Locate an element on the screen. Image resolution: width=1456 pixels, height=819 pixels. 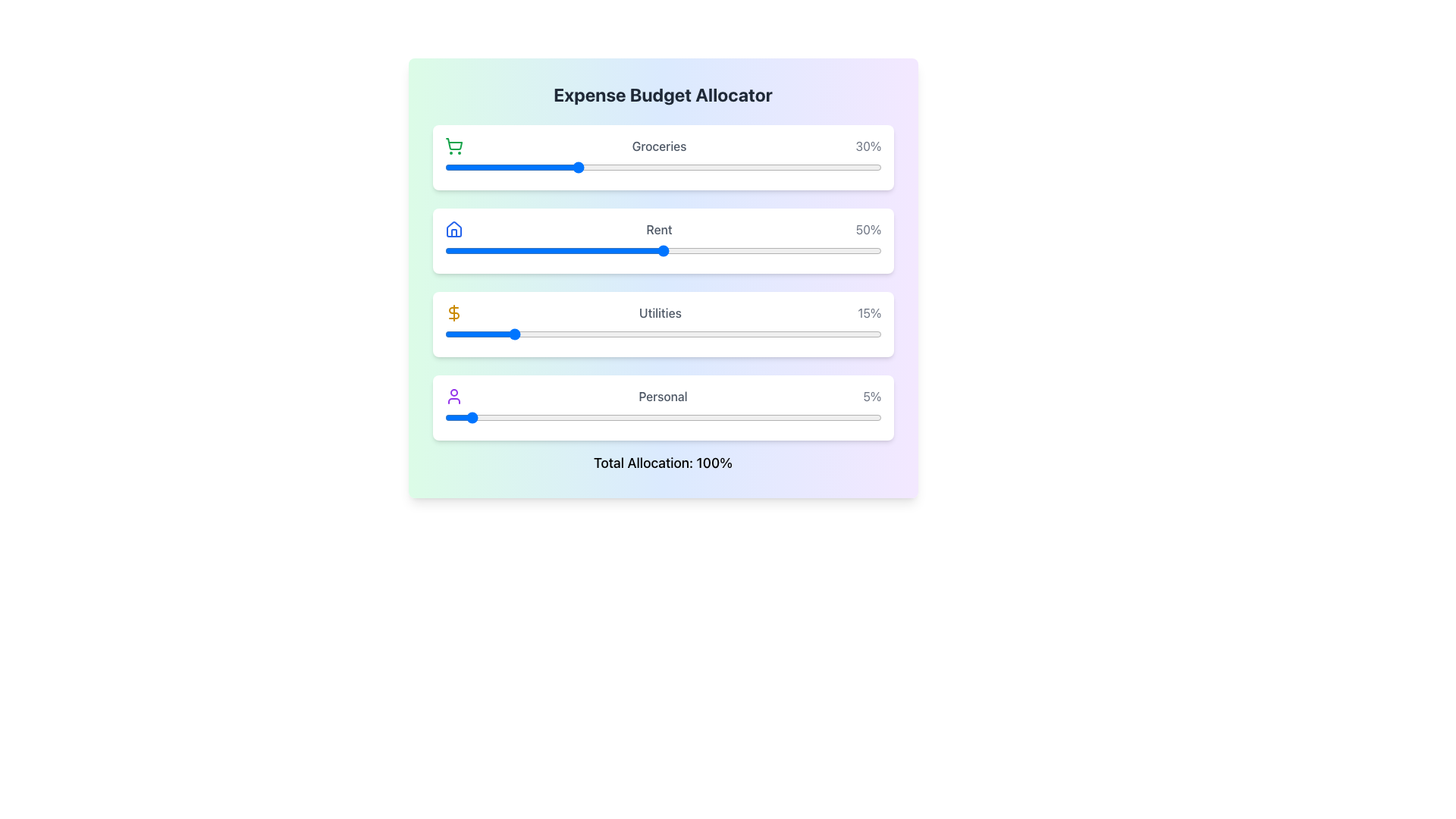
the allocation percentage for Groceries is located at coordinates (548, 167).